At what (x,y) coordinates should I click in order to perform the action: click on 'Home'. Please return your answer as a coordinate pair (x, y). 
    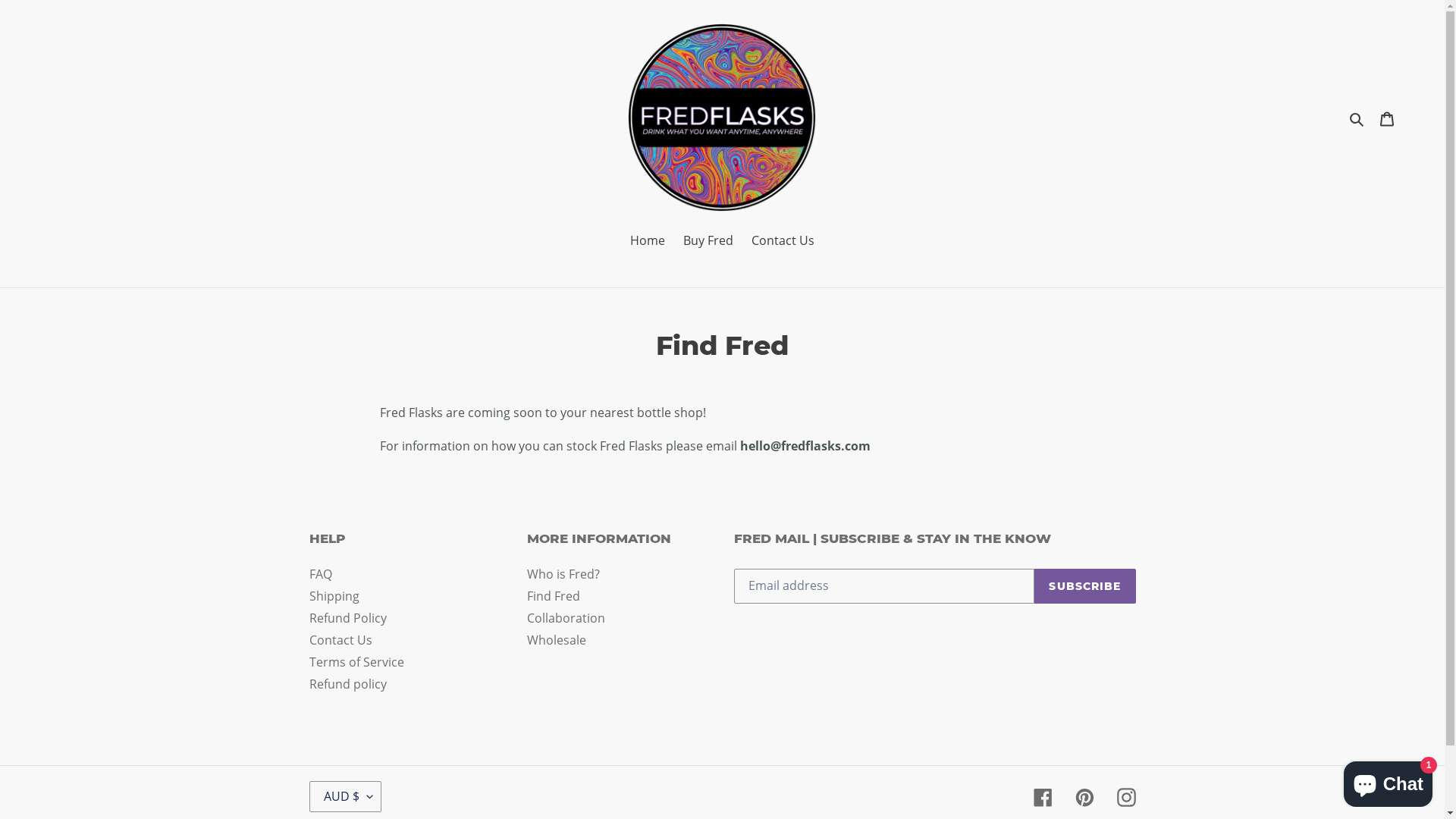
    Looking at the image, I should click on (648, 240).